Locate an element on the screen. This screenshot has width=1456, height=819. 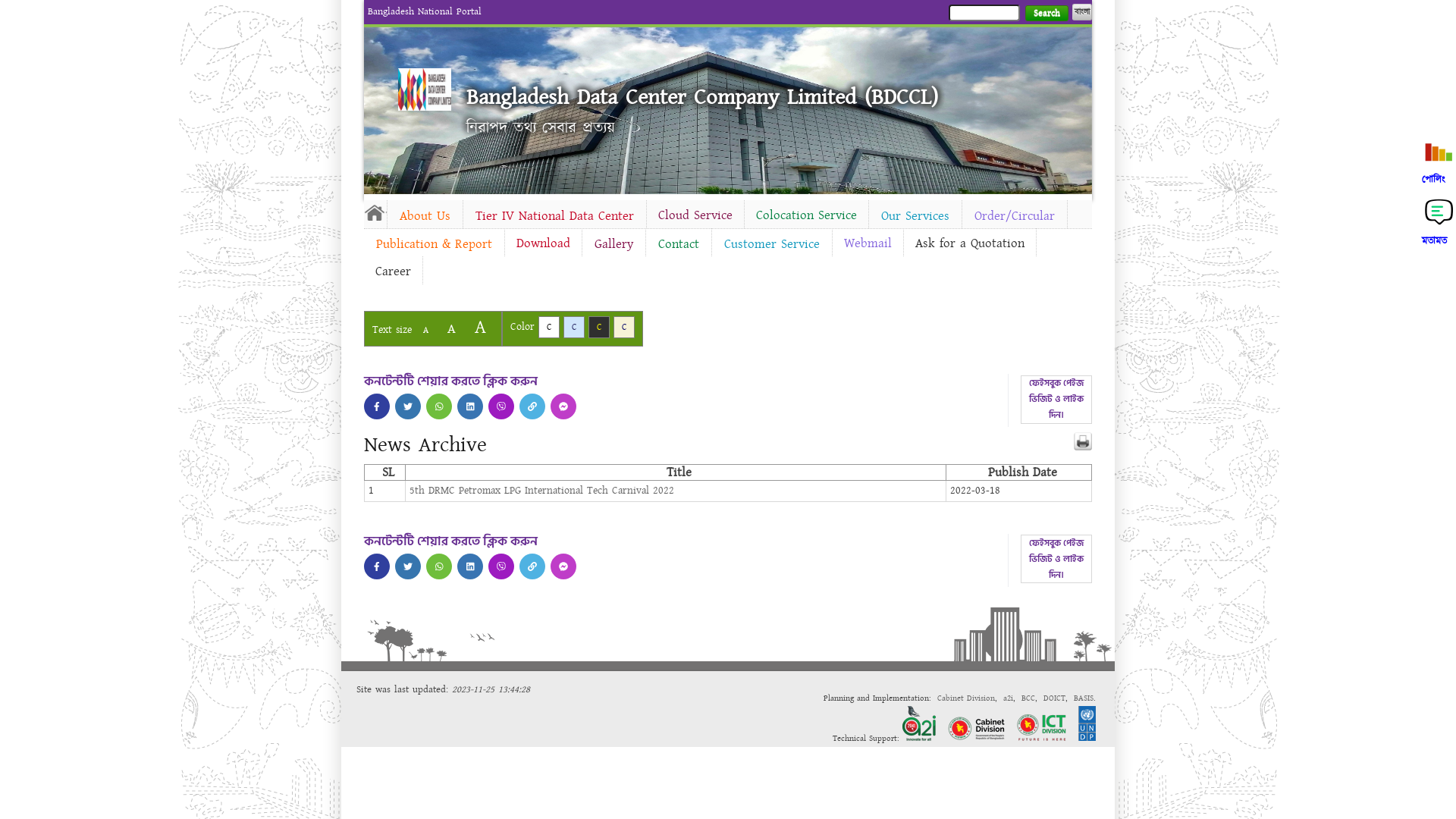
'BCC' is located at coordinates (1021, 698).